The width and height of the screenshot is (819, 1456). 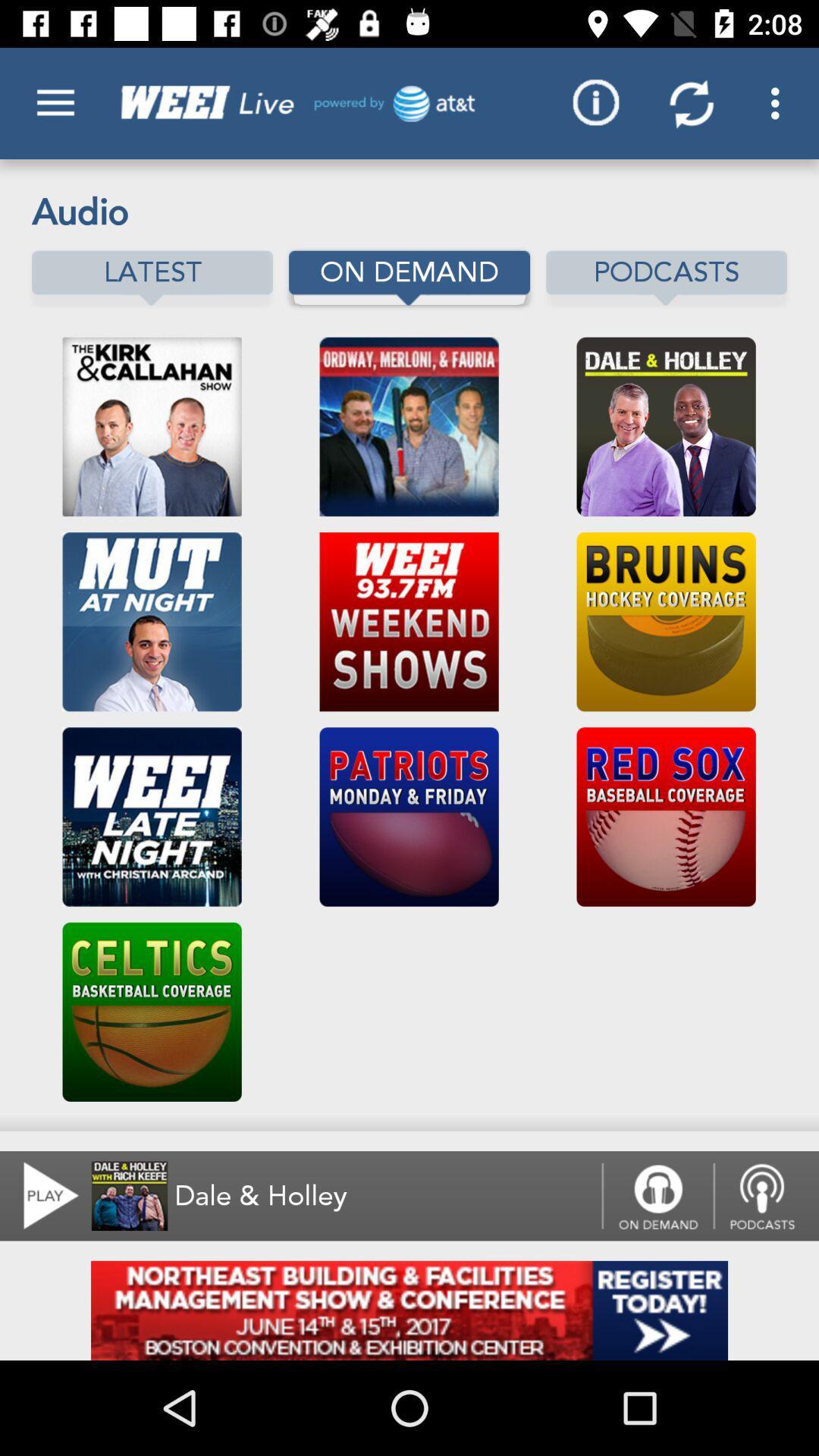 I want to click on move to the second image below podcasts, so click(x=666, y=622).